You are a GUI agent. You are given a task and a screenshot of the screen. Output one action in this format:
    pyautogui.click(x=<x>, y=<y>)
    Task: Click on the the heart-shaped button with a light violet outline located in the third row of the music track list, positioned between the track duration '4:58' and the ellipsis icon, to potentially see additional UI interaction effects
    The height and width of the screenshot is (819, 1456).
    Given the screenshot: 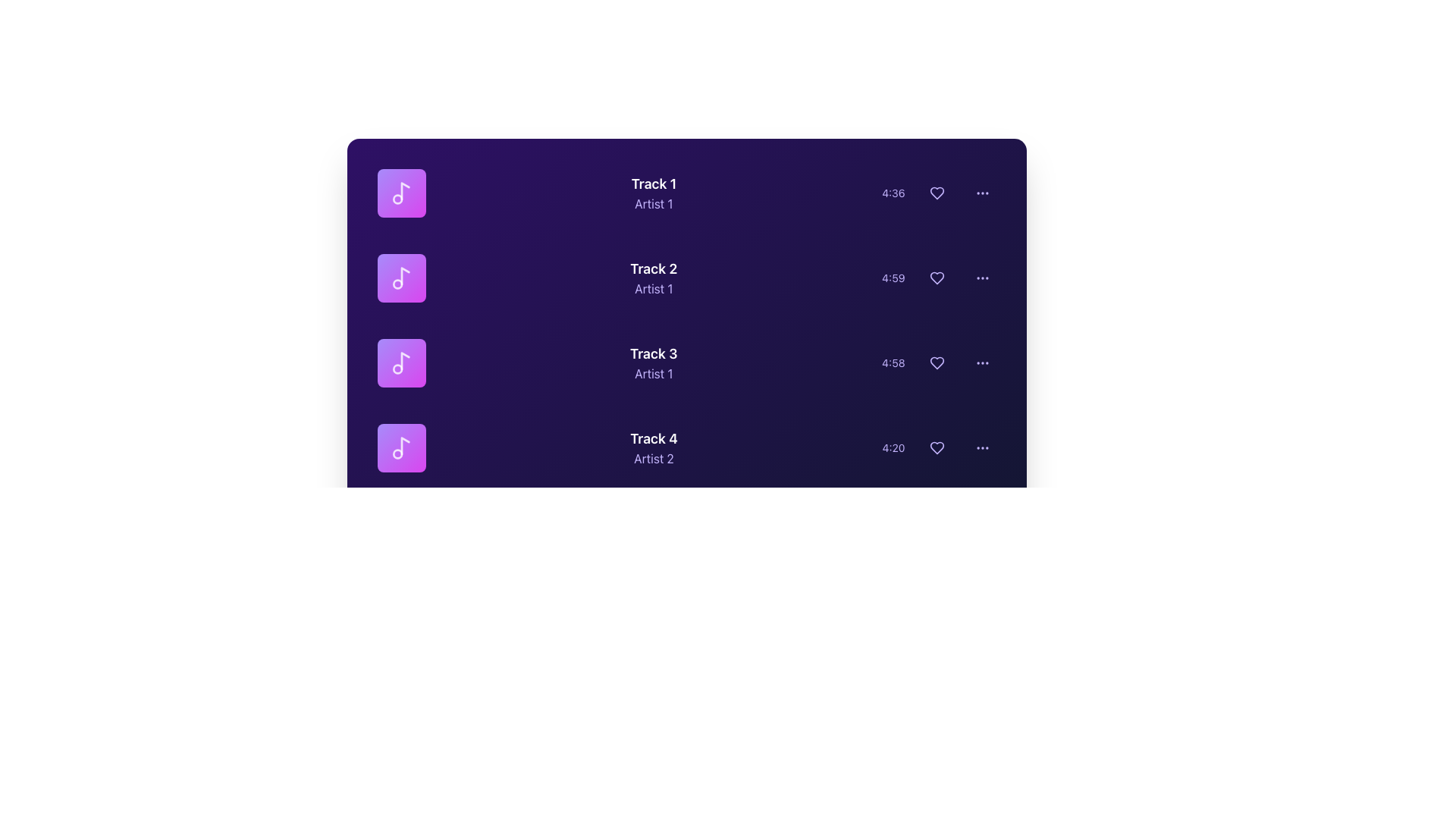 What is the action you would take?
    pyautogui.click(x=938, y=362)
    